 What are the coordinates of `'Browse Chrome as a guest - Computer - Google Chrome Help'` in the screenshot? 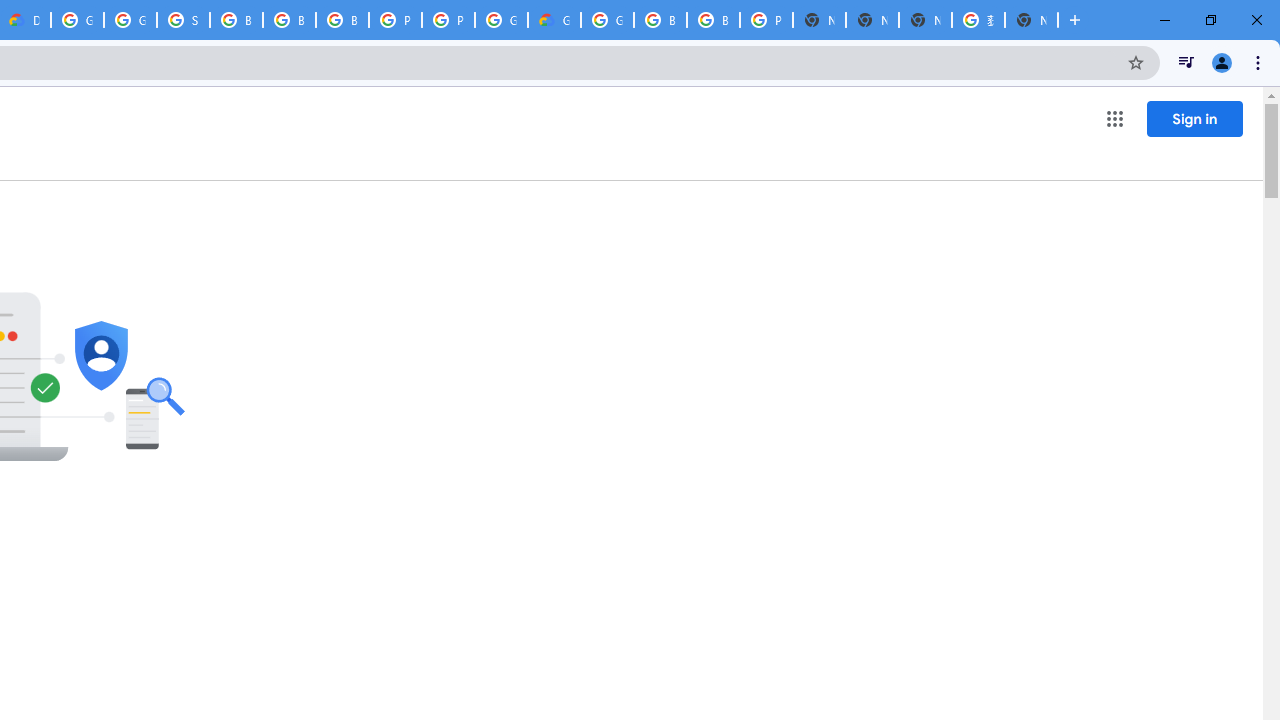 It's located at (288, 20).